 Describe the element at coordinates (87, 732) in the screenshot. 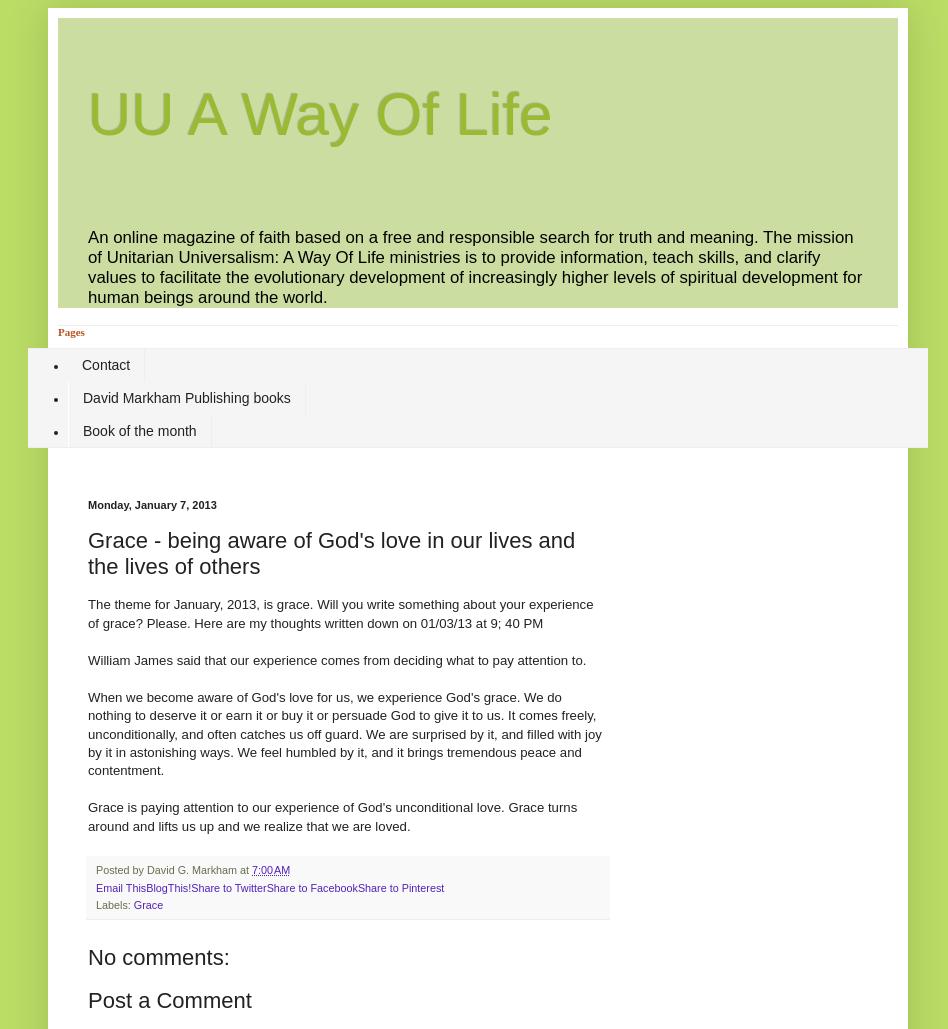

I see `'When we become aware of God's love for us, we experience God's grace. We do nothing to deserve it or earn it or buy it or persuade God to give it to us. It comes freely, unconditionally, and often catches us off guard. We are surprised by it, and filled with joy by it in astonishing ways. We feel humbled by it, and it brings tremendous peace and contentment.'` at that location.